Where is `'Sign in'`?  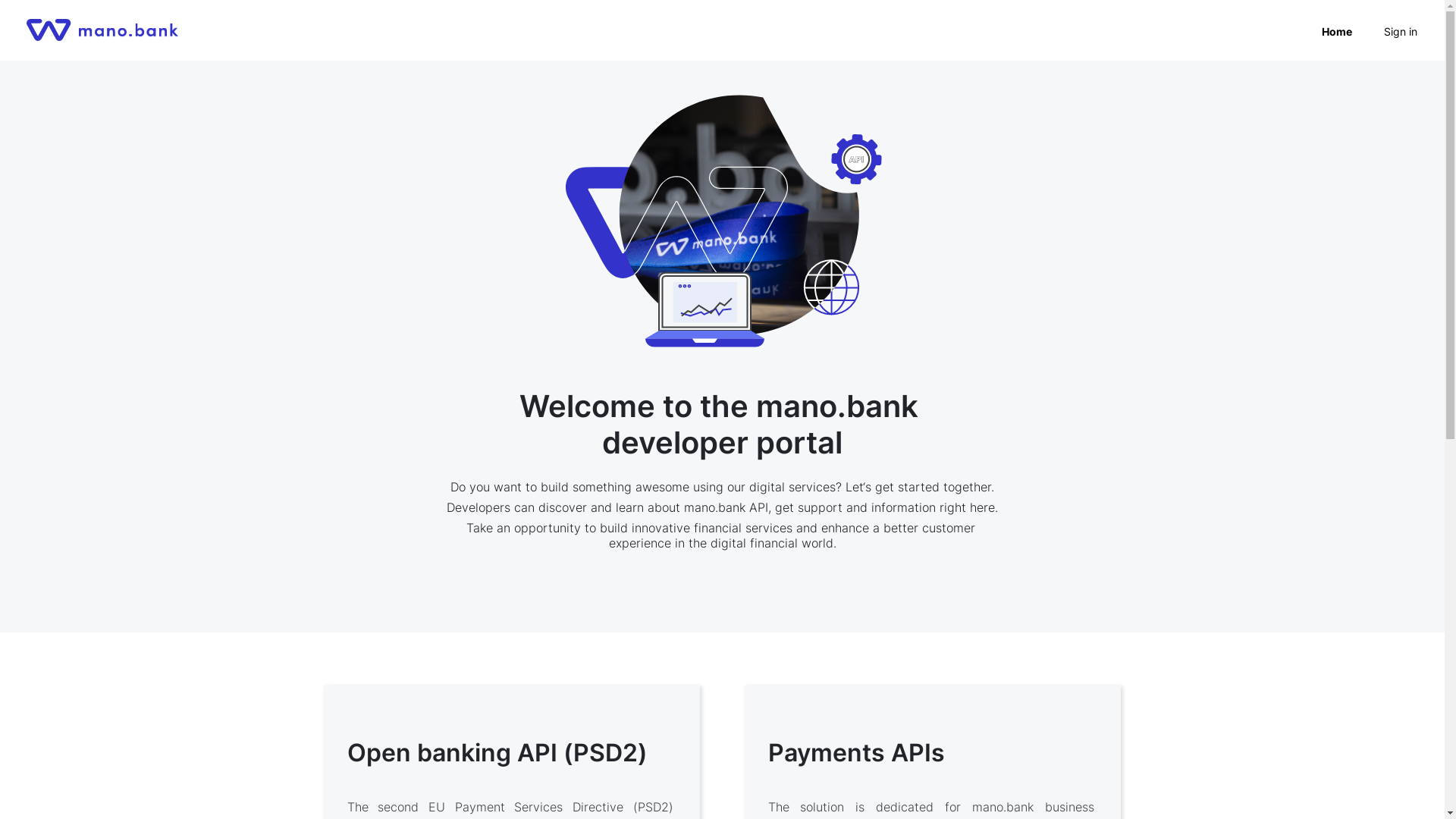 'Sign in' is located at coordinates (1400, 31).